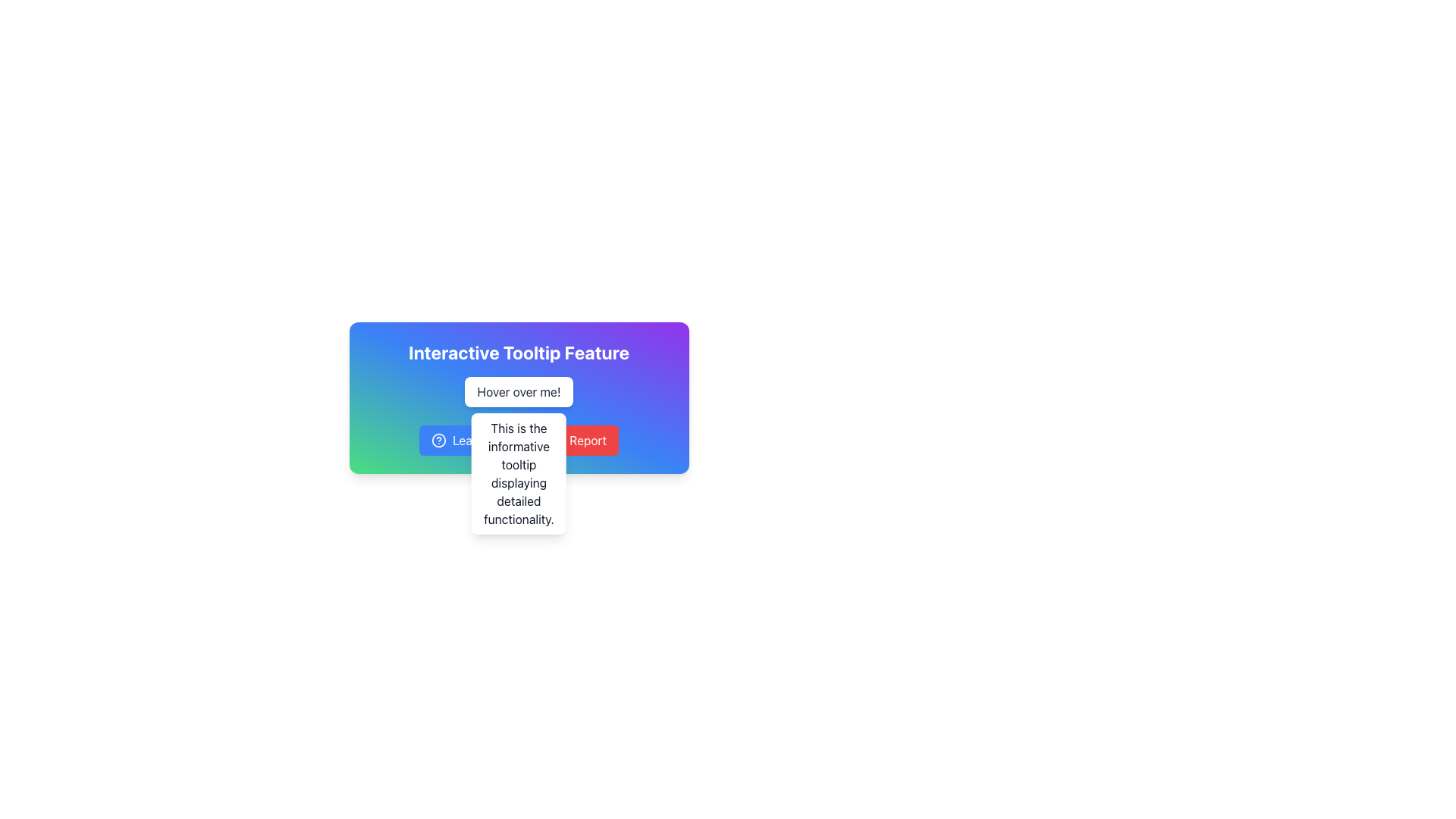 This screenshot has height=819, width=1456. I want to click on the first button located to the left of the 'Report' button under the 'Interactive Tooltip Feature' header to potentially reveal more options or a tooltip, so click(472, 441).